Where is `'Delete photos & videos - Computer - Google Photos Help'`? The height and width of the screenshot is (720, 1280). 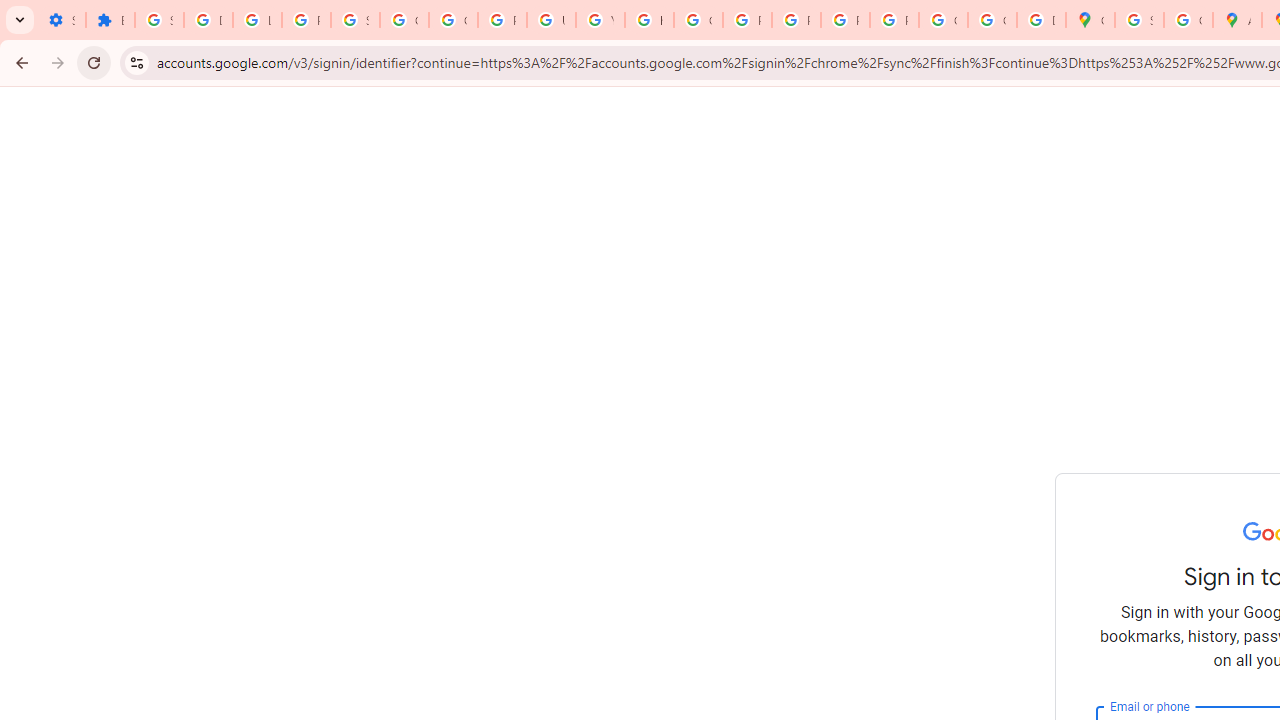 'Delete photos & videos - Computer - Google Photos Help' is located at coordinates (208, 20).